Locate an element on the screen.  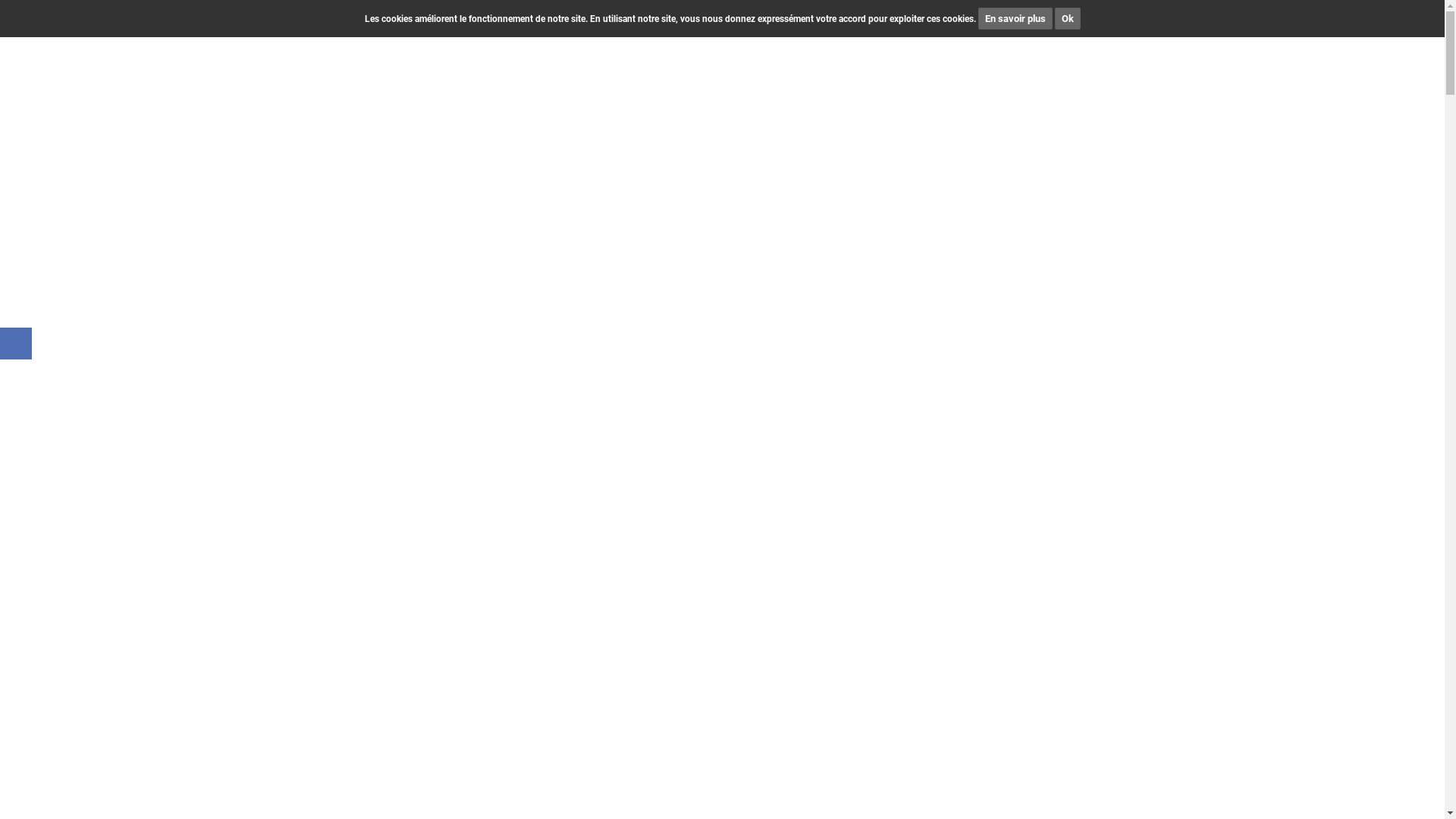
'Ok' is located at coordinates (1065, 18).